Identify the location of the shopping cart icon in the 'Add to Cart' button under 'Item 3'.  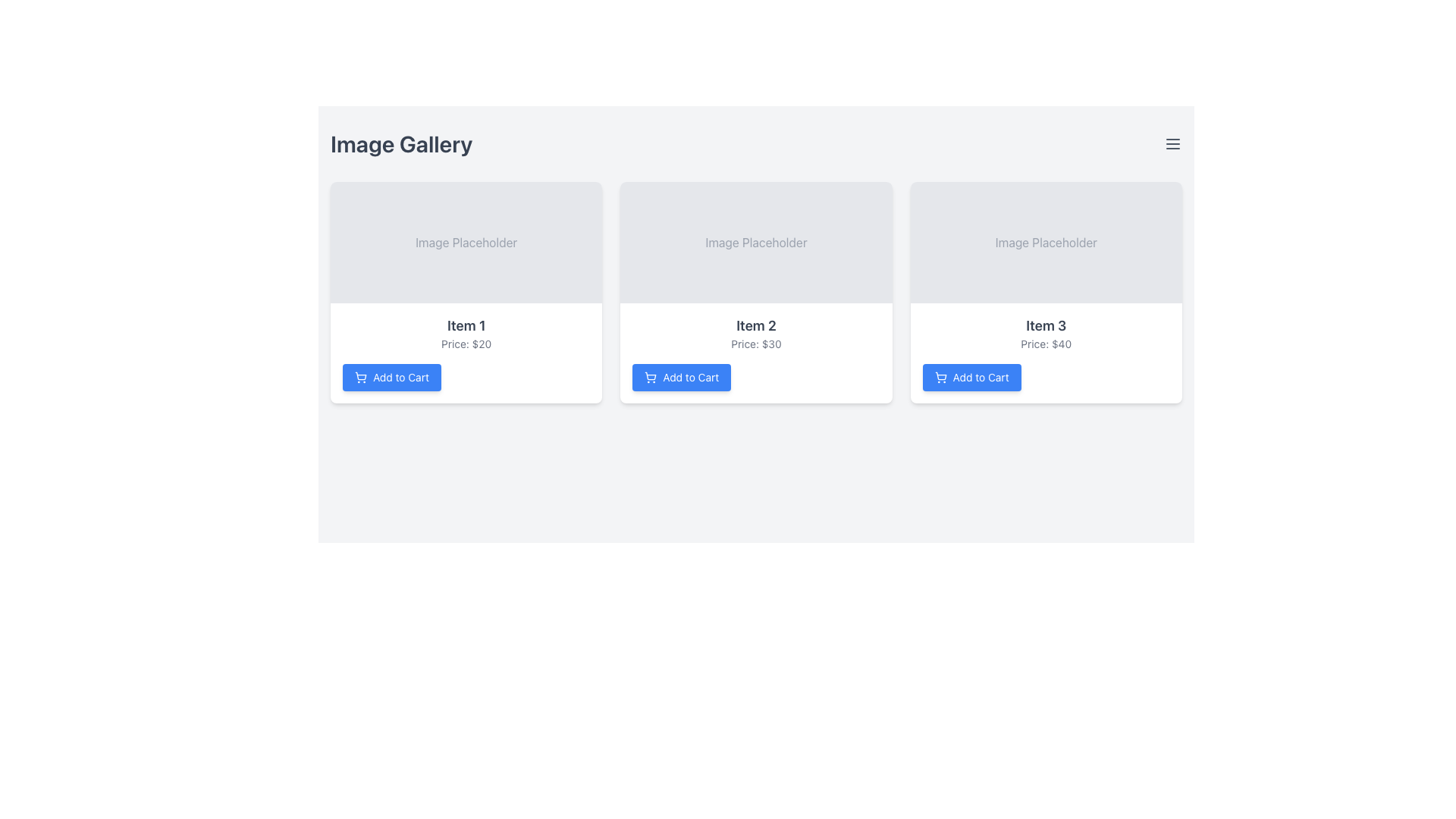
(940, 376).